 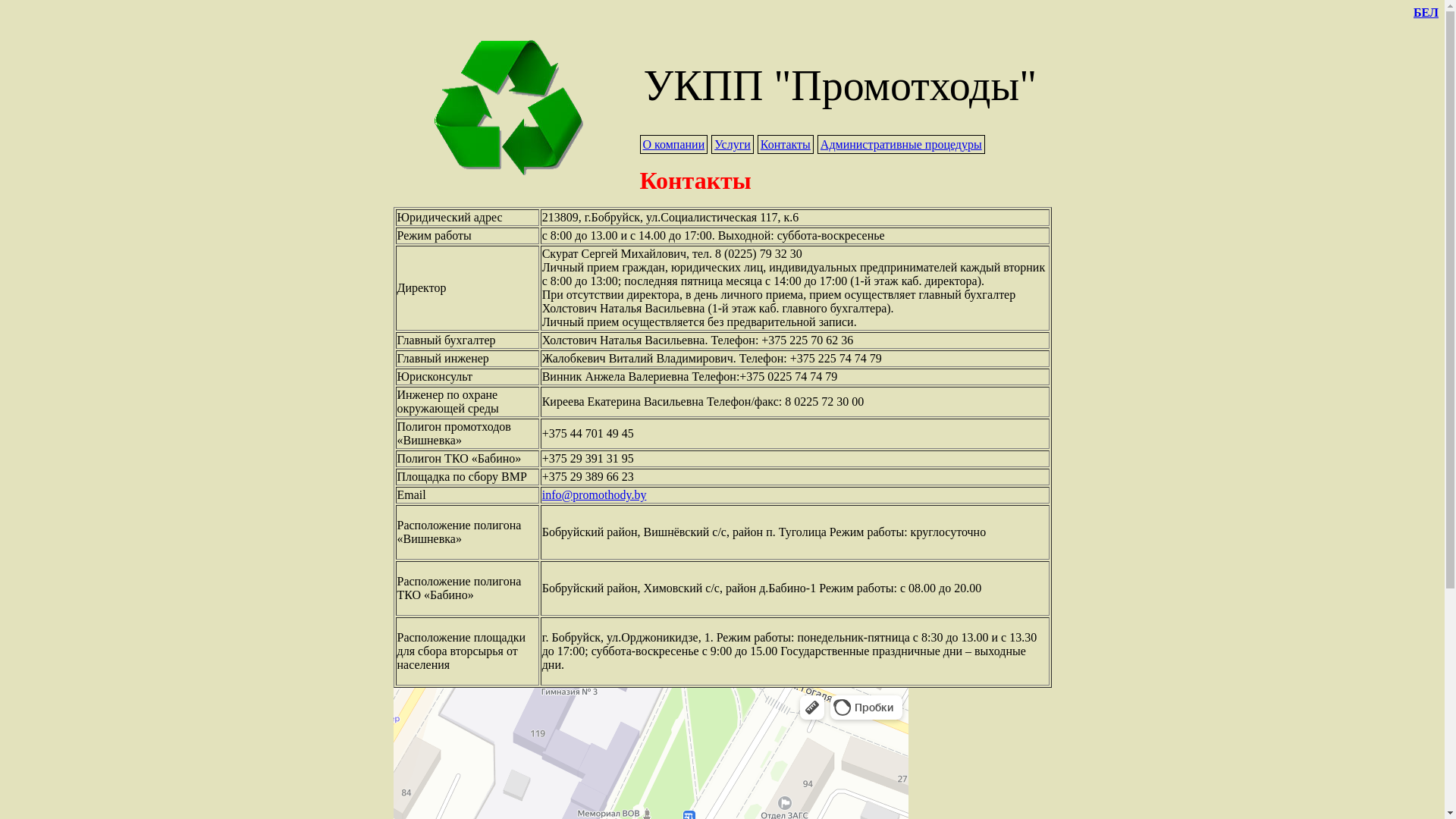 What do you see at coordinates (593, 494) in the screenshot?
I see `'info@promothody.by'` at bounding box center [593, 494].